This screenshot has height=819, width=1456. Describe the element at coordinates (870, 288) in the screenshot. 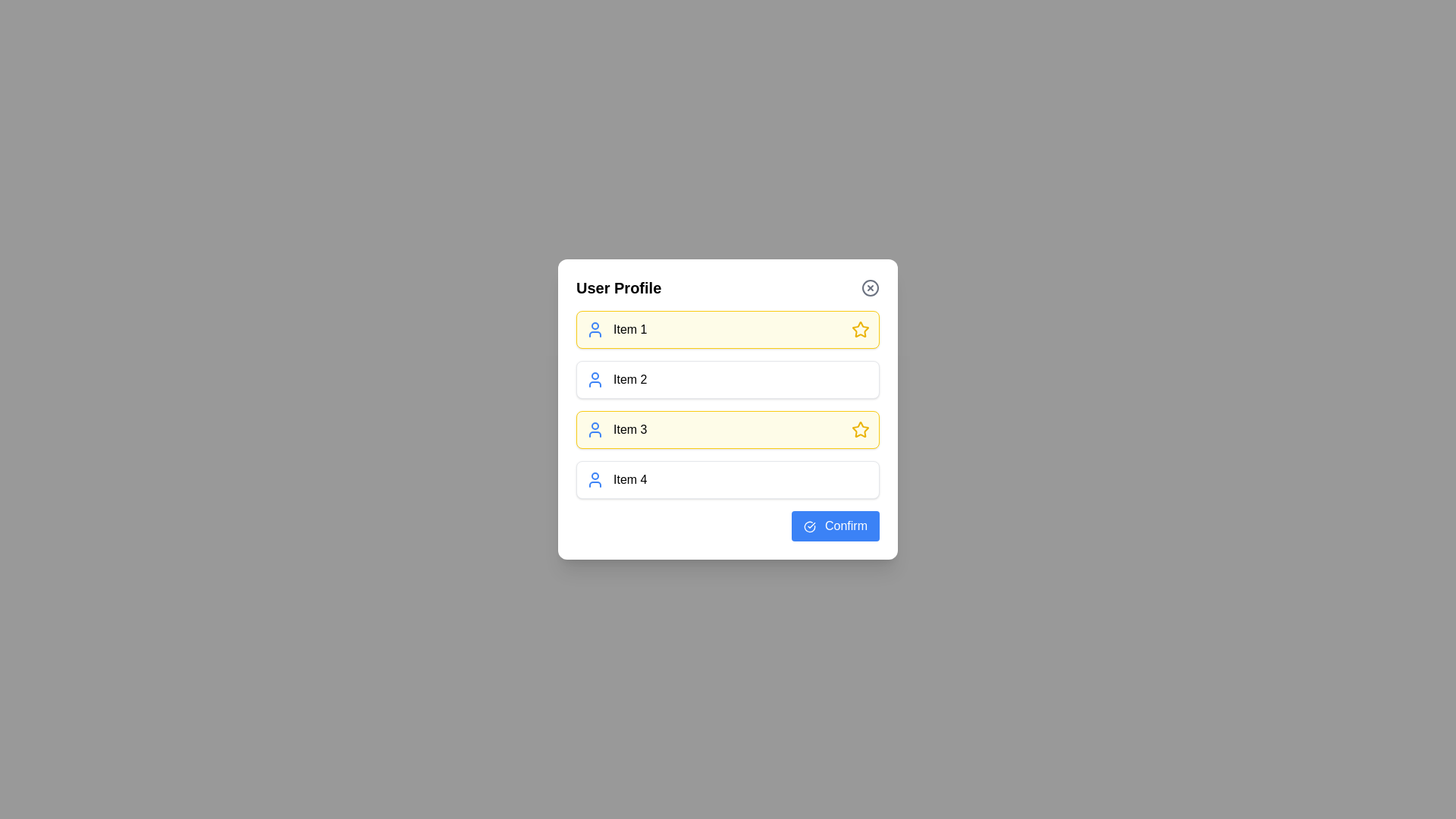

I see `the outermost SVG circle element that is part of the close button in the top-right corner of the 'User Profile' dialog box` at that location.